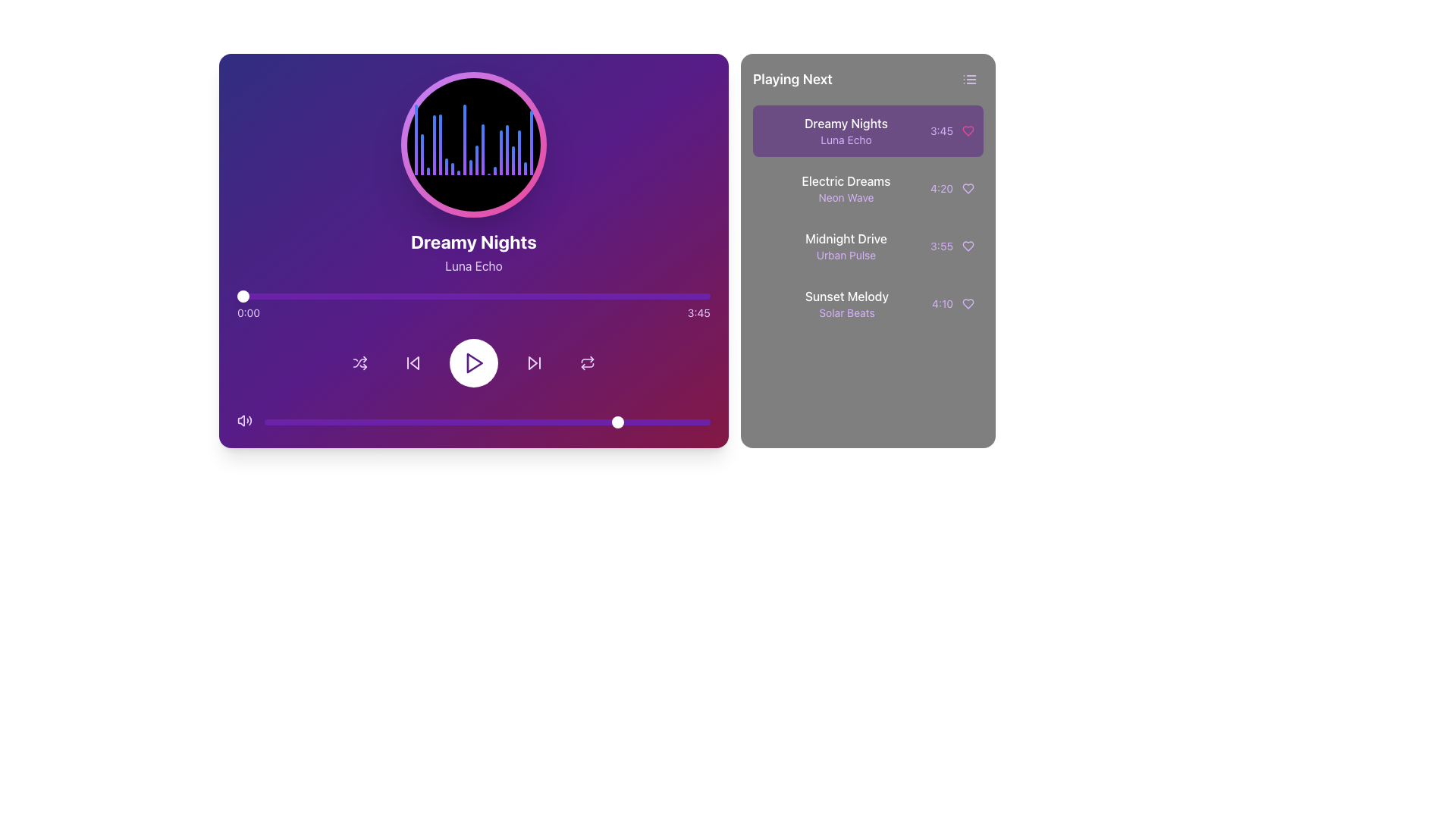  Describe the element at coordinates (941, 130) in the screenshot. I see `the static text indicating the total duration of the highlighted song 'Dreamy Nights' in the 'Playing Next' list` at that location.